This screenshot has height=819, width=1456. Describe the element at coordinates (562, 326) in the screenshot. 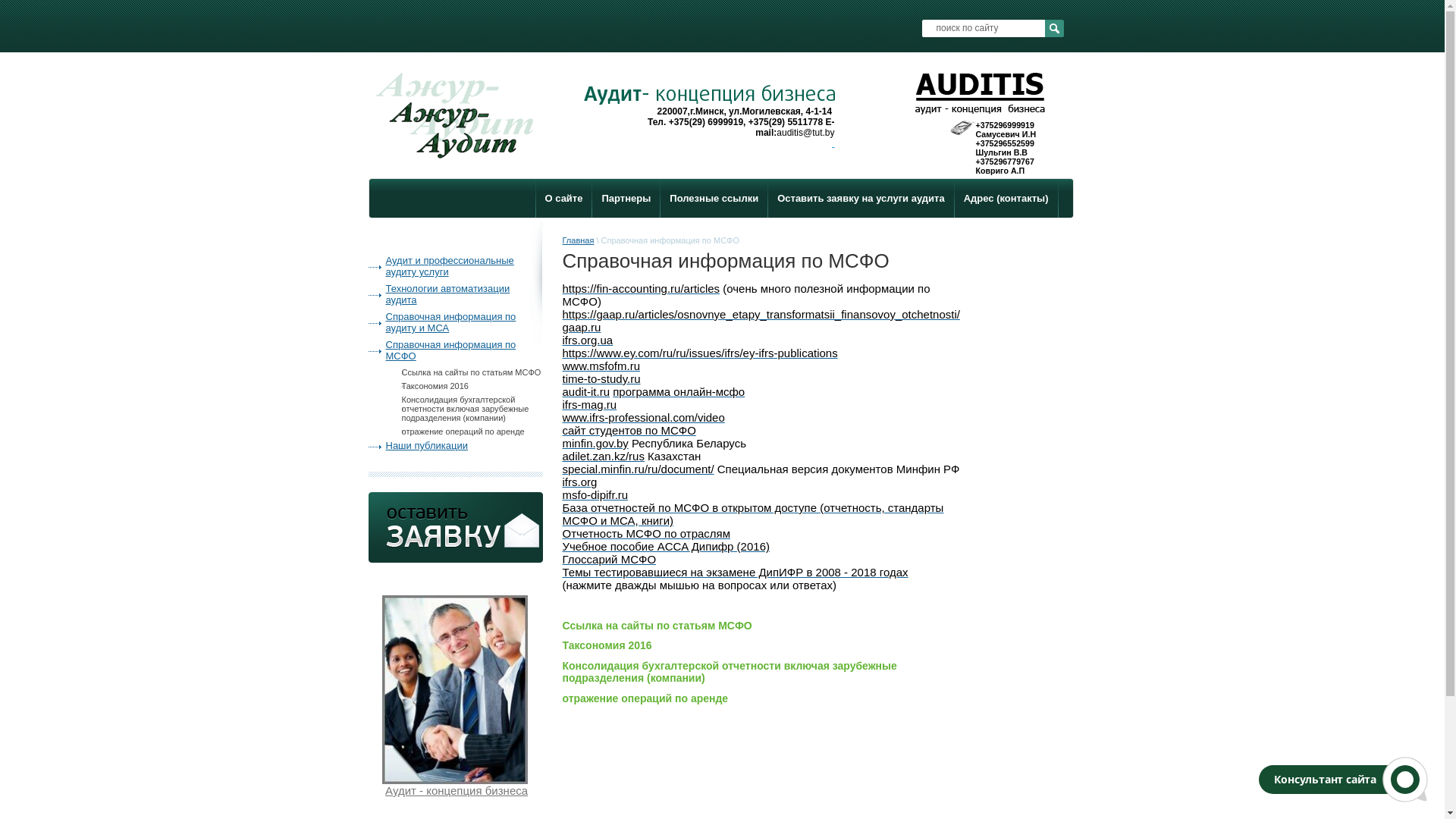

I see `'gaap.ru'` at that location.